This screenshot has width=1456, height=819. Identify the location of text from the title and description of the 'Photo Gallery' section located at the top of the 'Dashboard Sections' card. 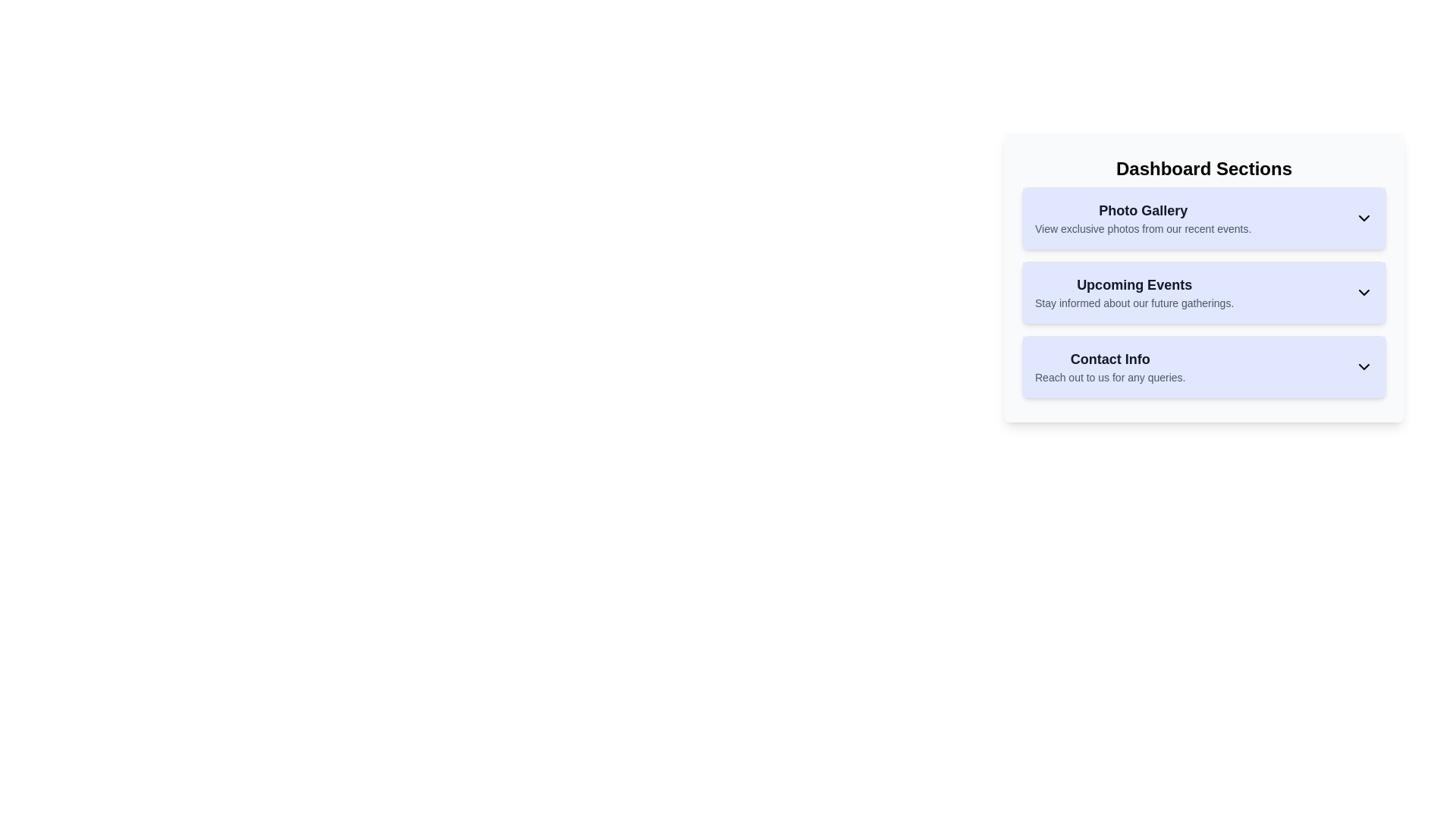
(1143, 218).